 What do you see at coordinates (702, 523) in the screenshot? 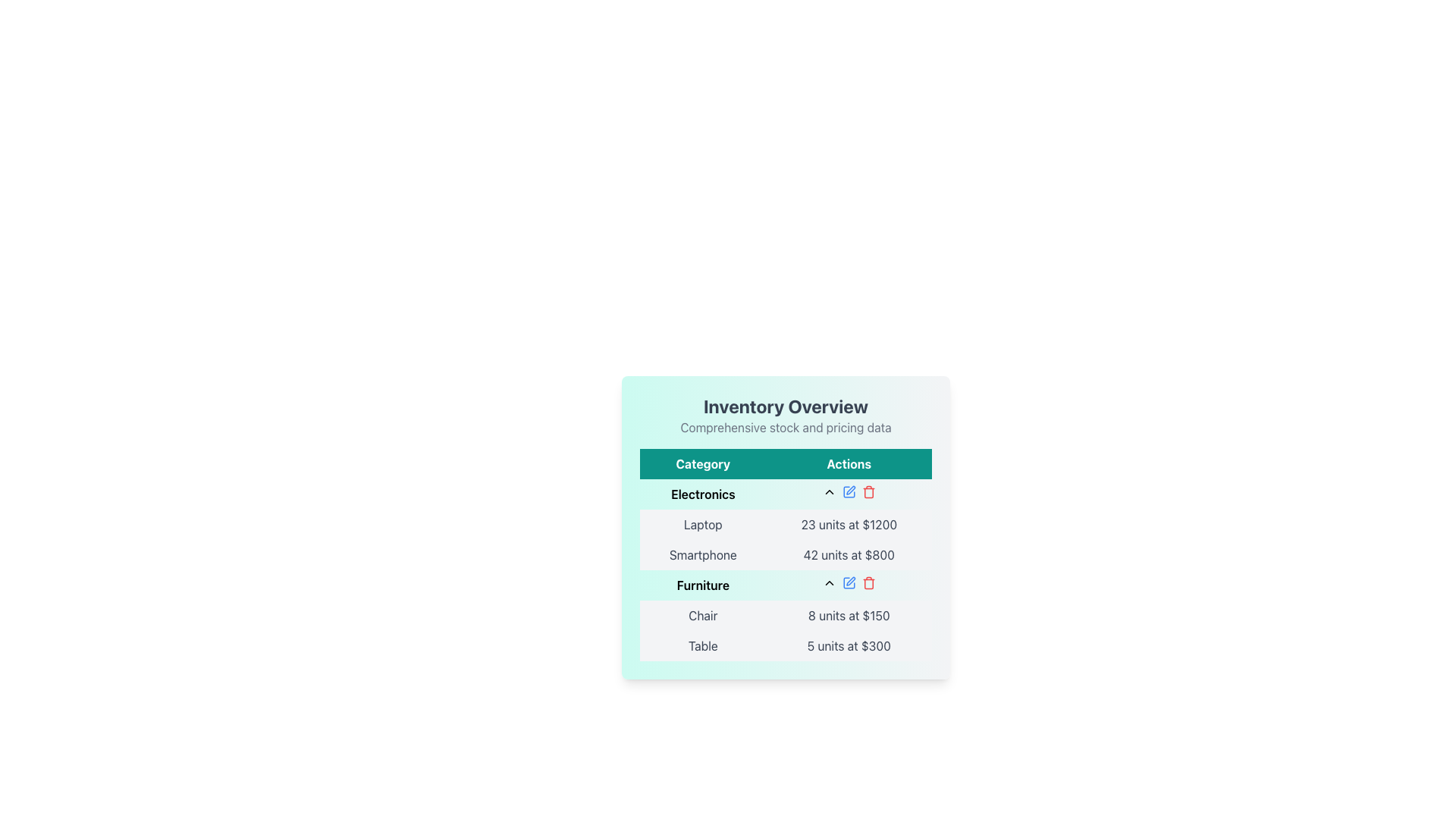
I see `static text element displaying 'Laptop' in the 'Category' column of the table under 'Electronics'` at bounding box center [702, 523].